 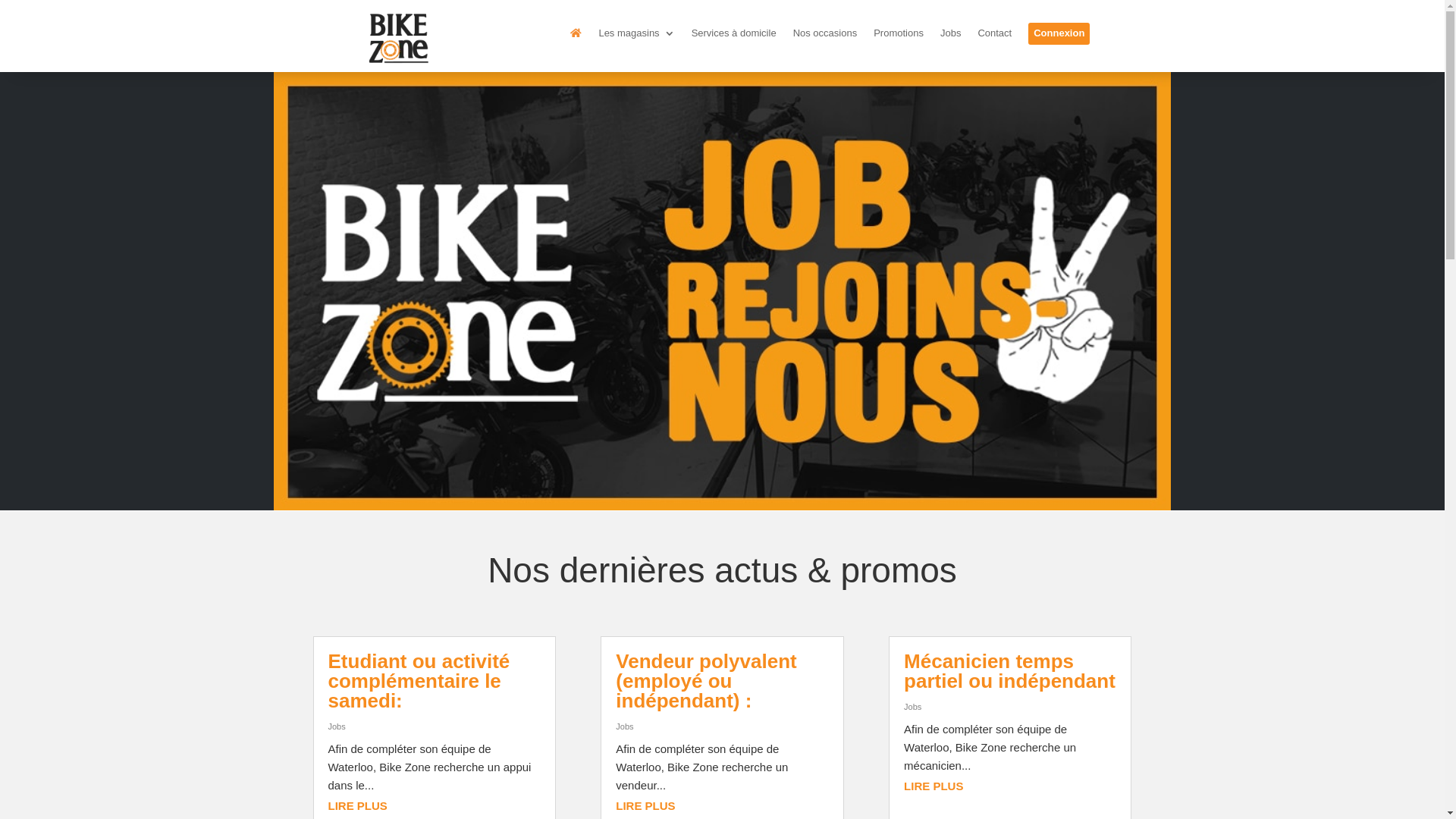 What do you see at coordinates (645, 805) in the screenshot?
I see `'LIRE PLUS'` at bounding box center [645, 805].